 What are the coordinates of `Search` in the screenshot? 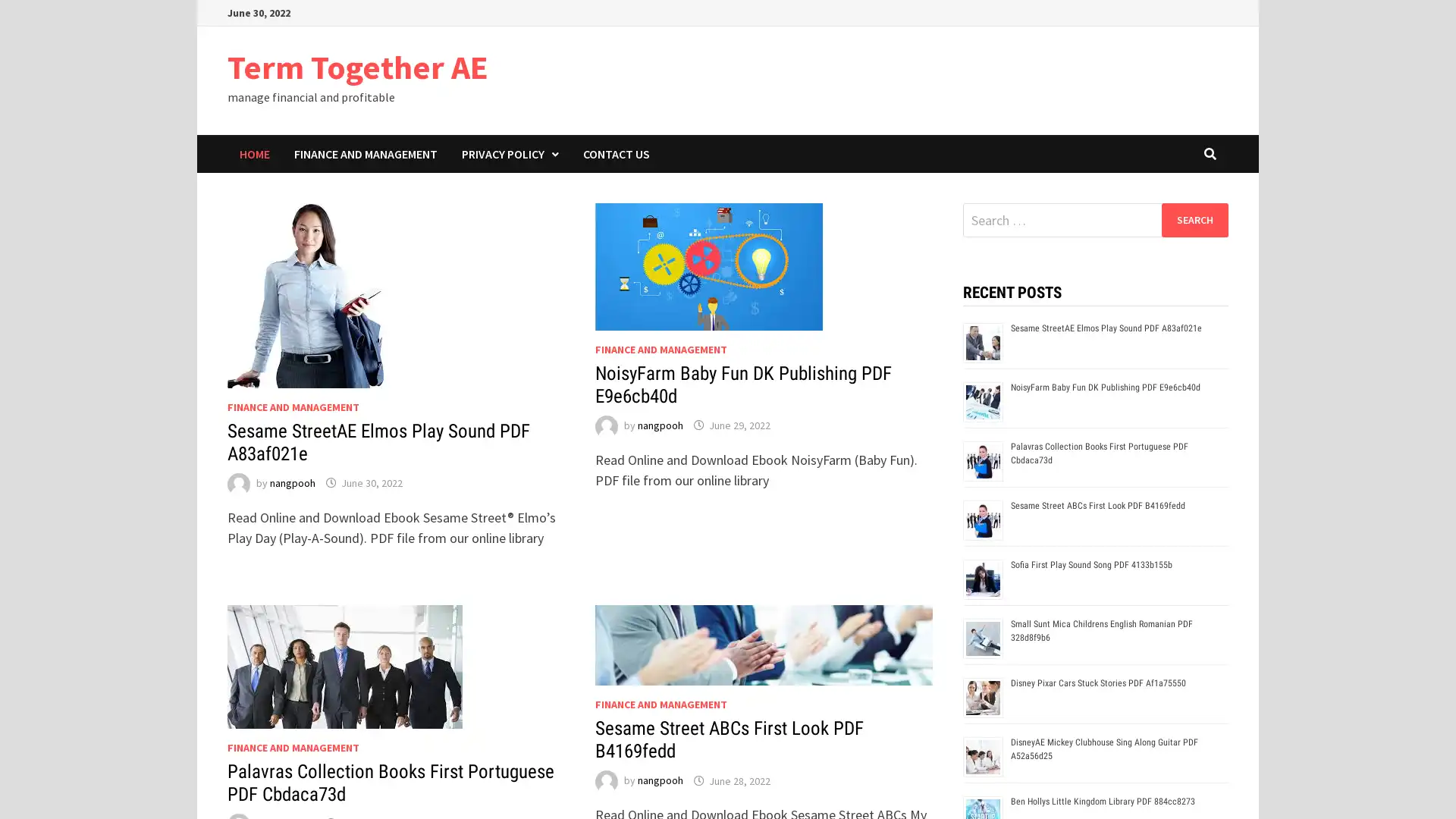 It's located at (1194, 219).